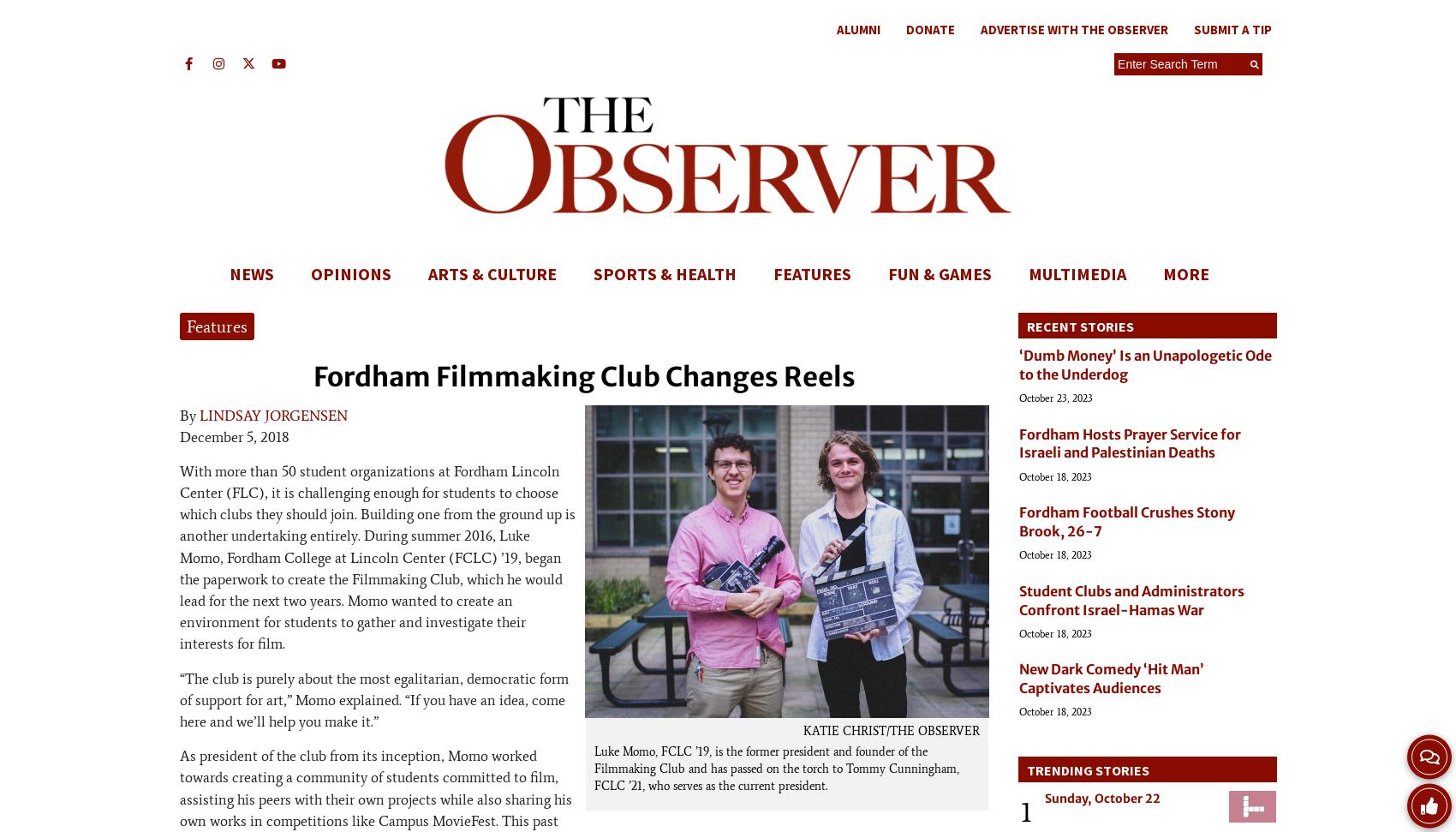 The width and height of the screenshot is (1456, 832). Describe the element at coordinates (891, 729) in the screenshot. I see `'KATIE CHRIST/THE OBSERVER'` at that location.